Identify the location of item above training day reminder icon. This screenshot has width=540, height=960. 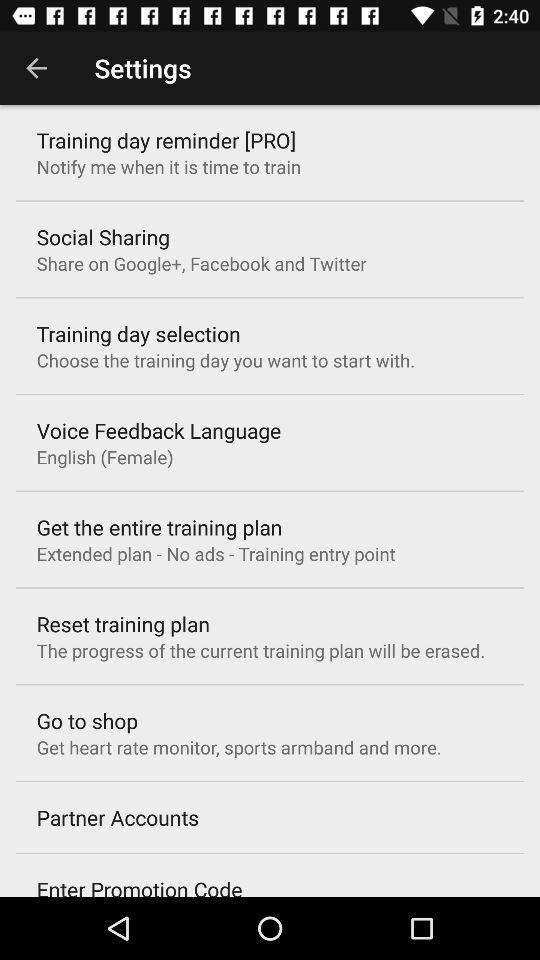
(36, 68).